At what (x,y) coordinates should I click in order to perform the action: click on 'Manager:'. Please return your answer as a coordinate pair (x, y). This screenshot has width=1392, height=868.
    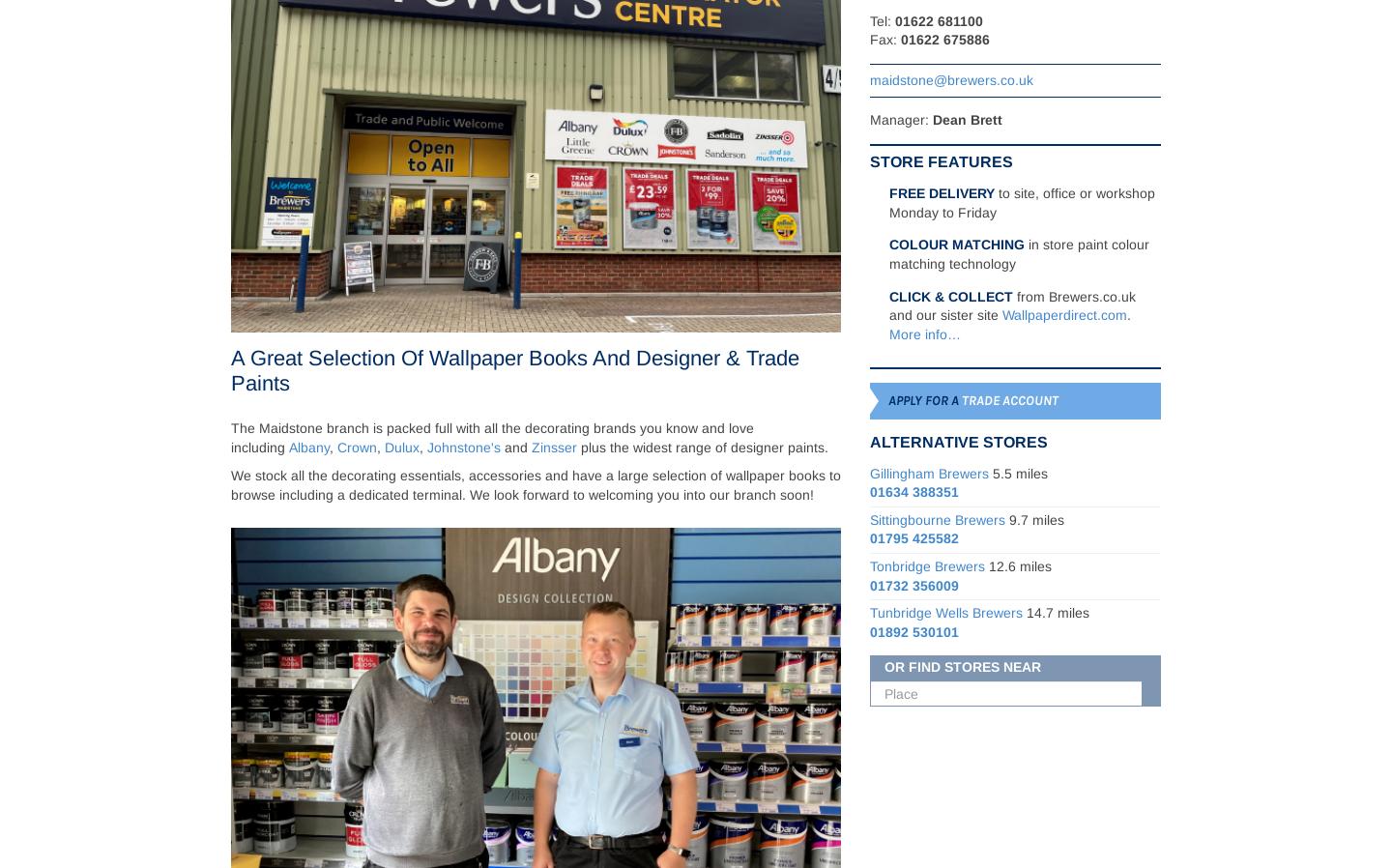
    Looking at the image, I should click on (901, 119).